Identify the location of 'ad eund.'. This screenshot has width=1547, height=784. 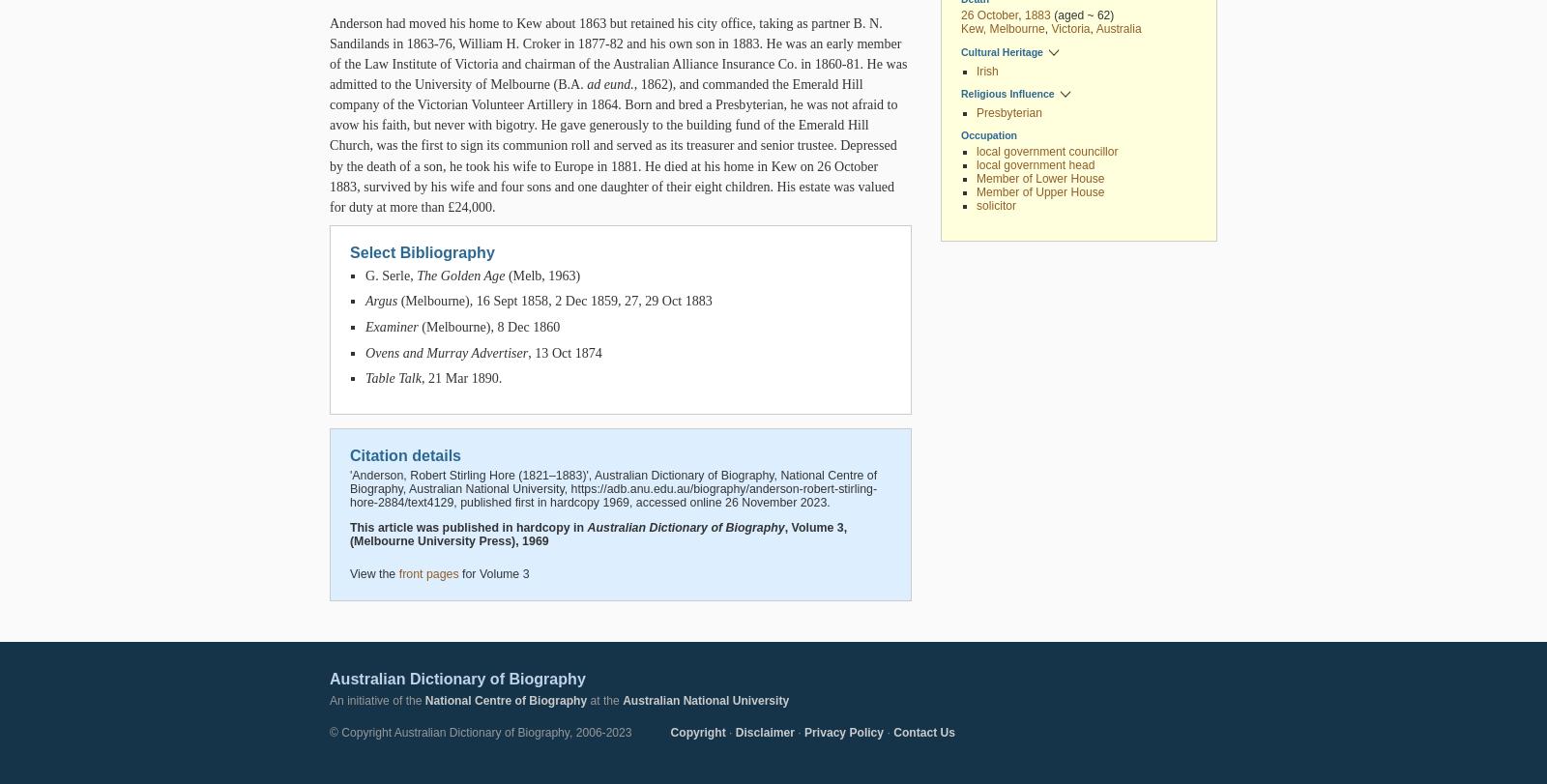
(610, 84).